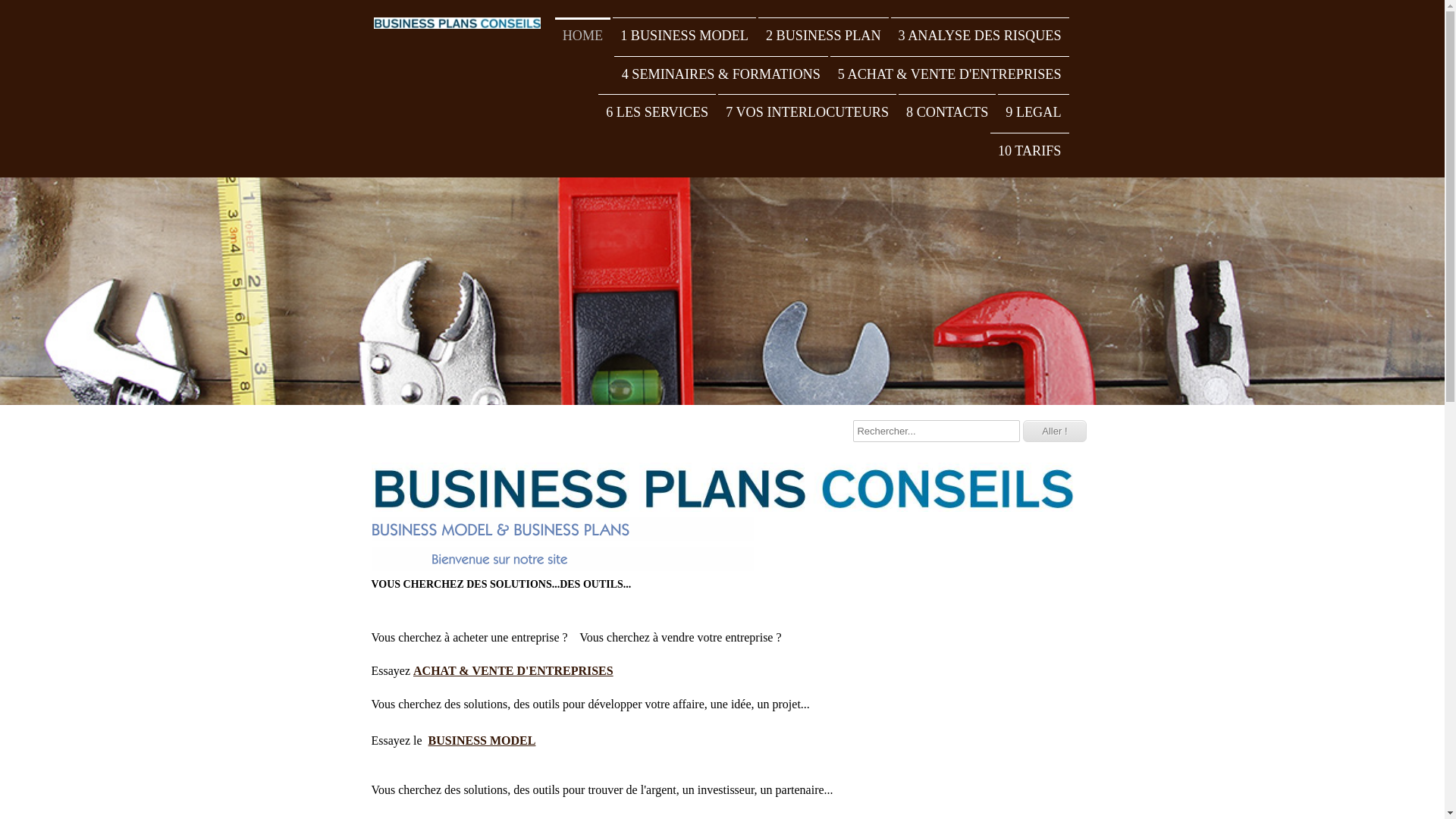  Describe the element at coordinates (481, 739) in the screenshot. I see `'BUSINESS MODEL'` at that location.